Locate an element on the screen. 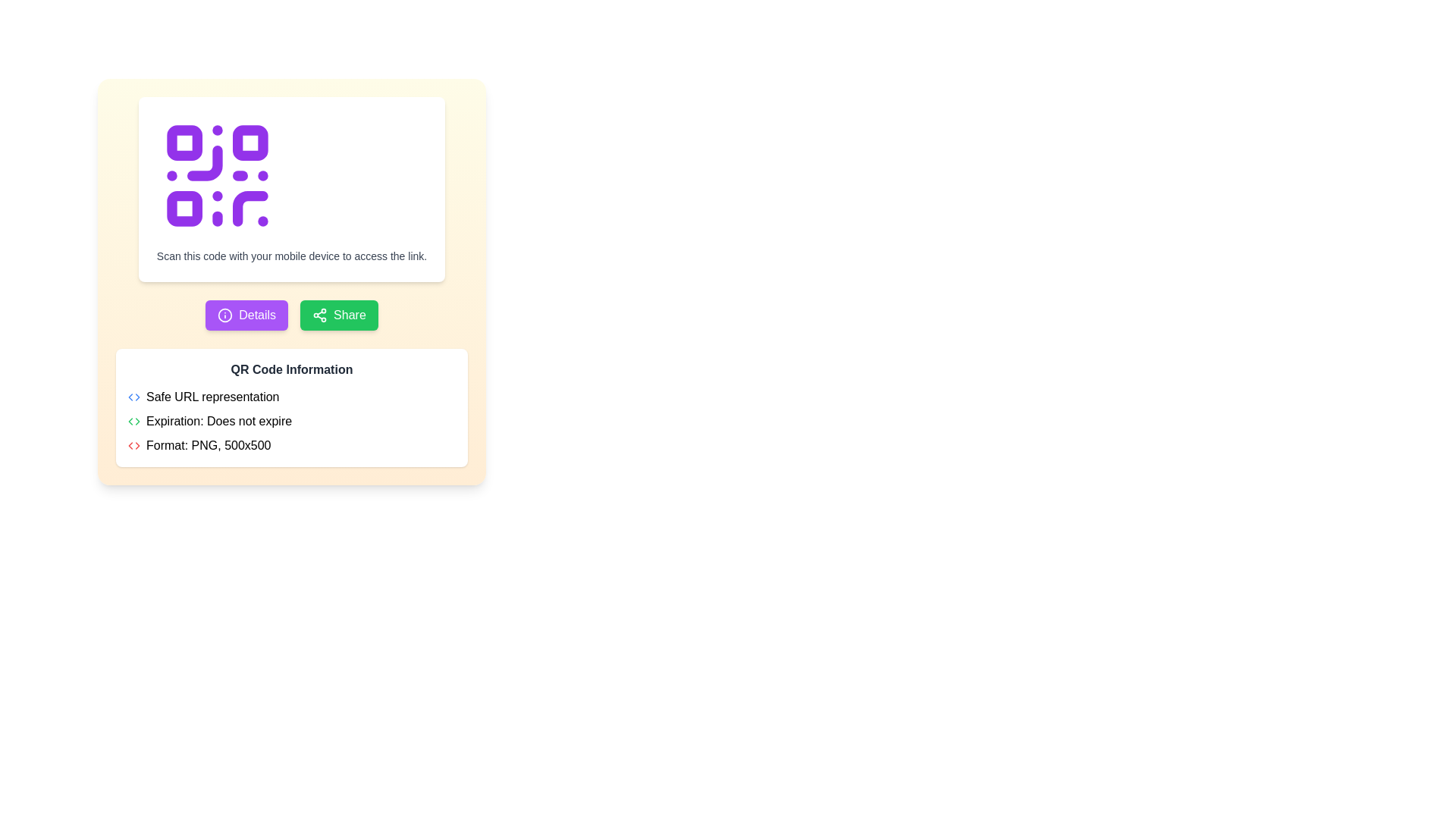 The height and width of the screenshot is (819, 1456). the circular information icon with a lowercase 'i' symbol, which is part of the 'Details' button and is purple in color, located to the left of the text 'Details' below the QR code is located at coordinates (224, 315).